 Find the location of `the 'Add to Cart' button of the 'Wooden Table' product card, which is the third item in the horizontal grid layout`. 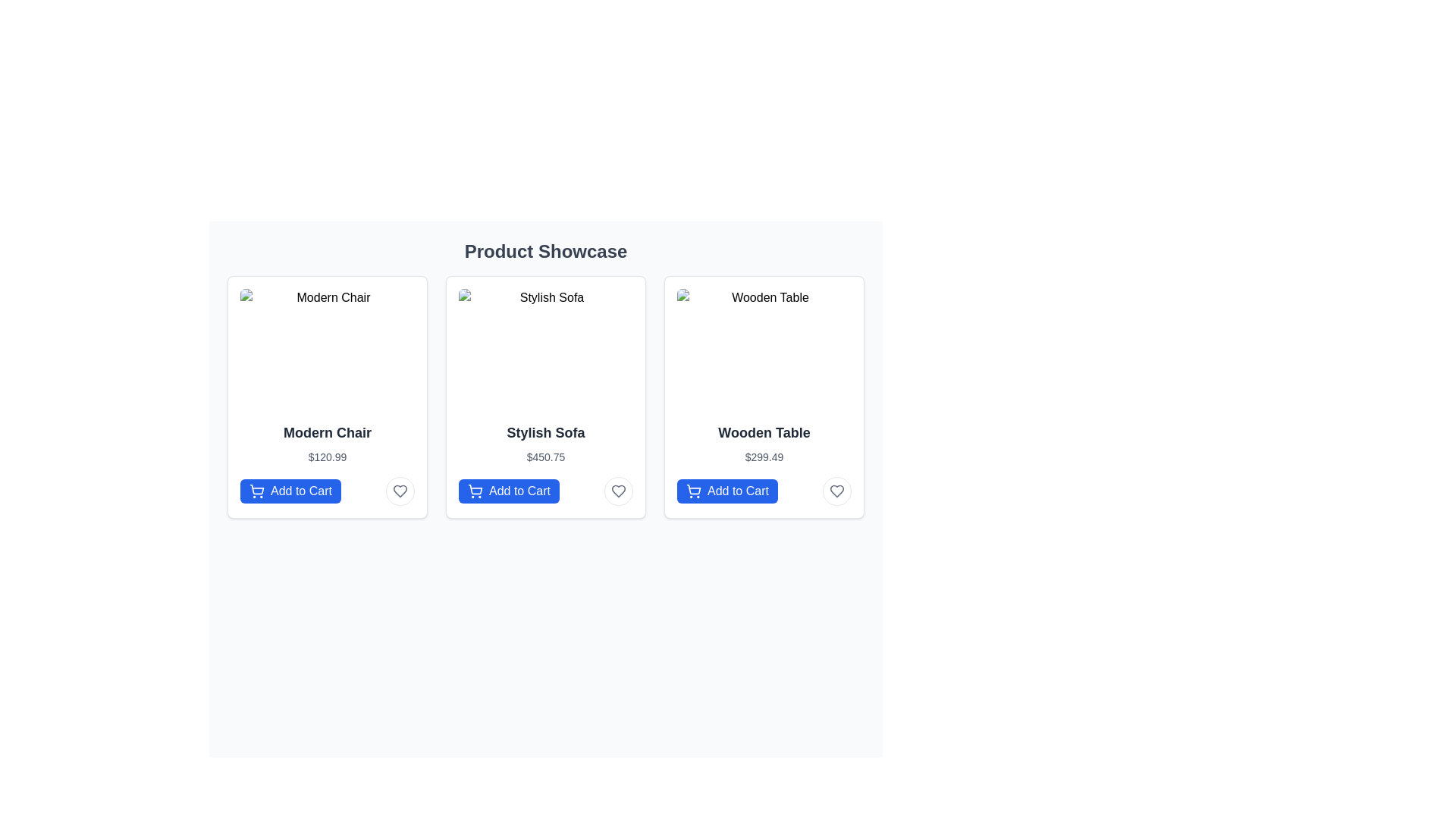

the 'Add to Cart' button of the 'Wooden Table' product card, which is the third item in the horizontal grid layout is located at coordinates (764, 397).